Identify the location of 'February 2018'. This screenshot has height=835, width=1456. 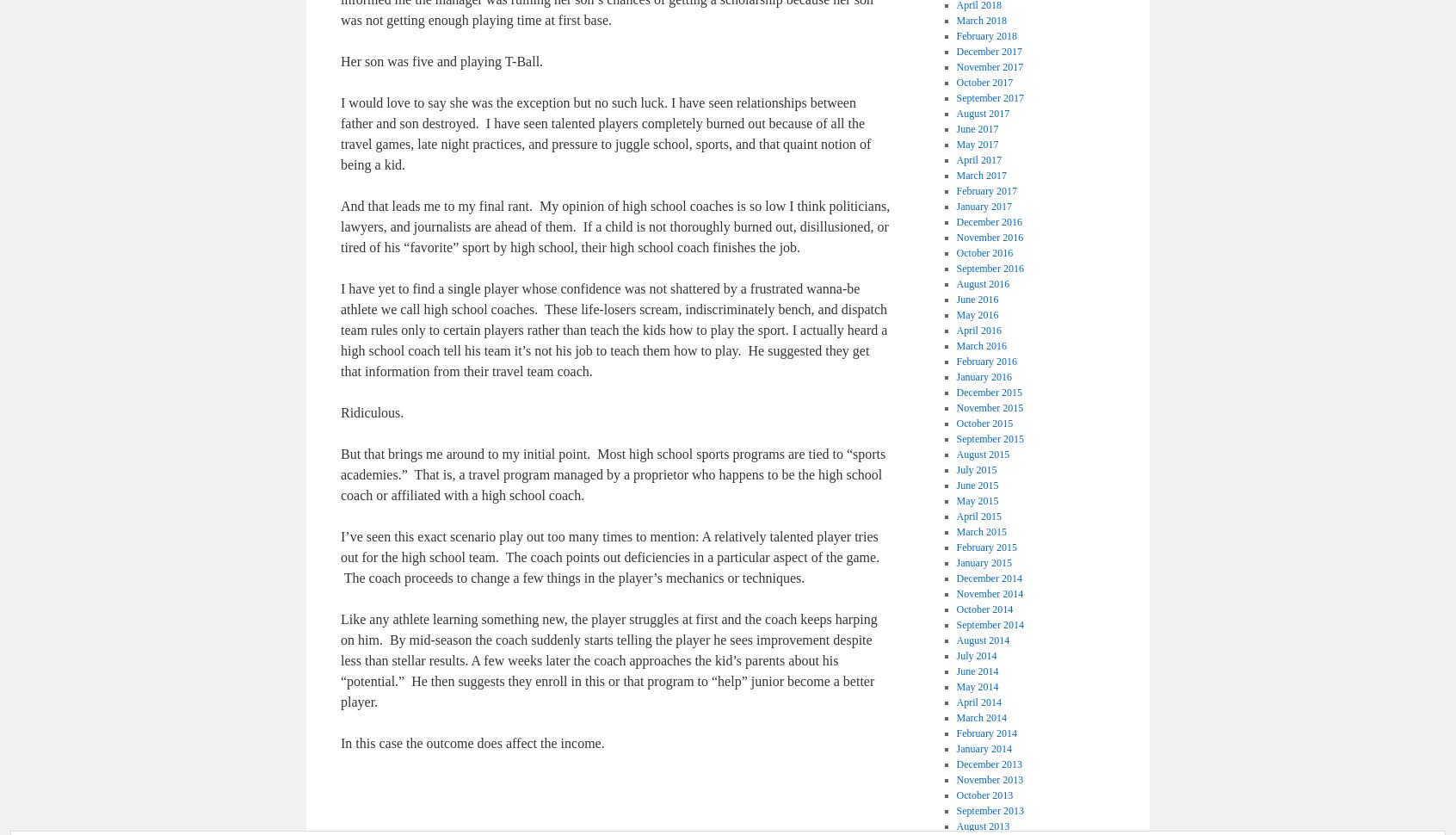
(984, 36).